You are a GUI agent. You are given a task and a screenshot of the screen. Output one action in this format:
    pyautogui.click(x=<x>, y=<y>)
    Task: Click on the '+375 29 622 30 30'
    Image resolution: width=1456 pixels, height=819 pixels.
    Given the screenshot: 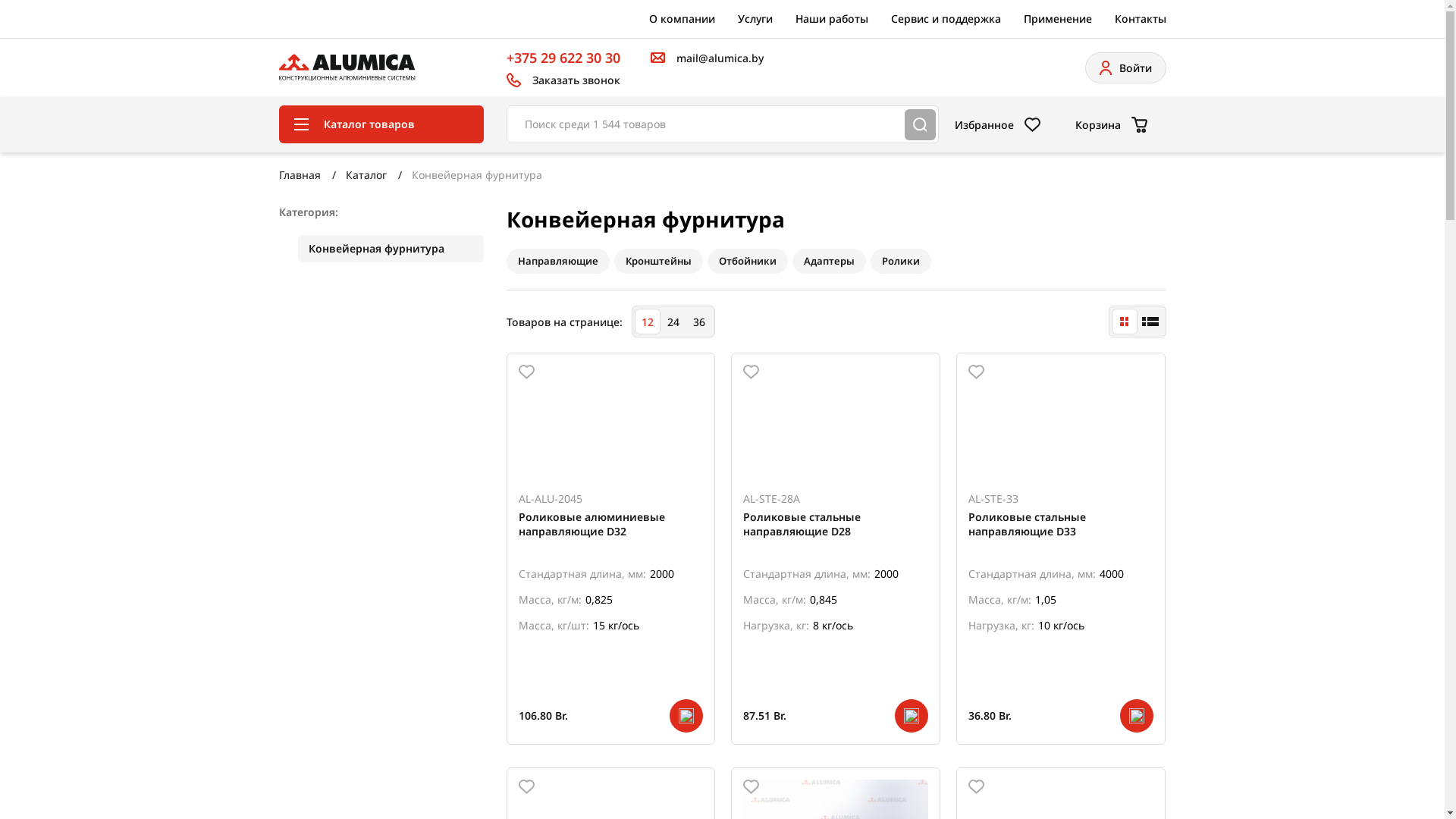 What is the action you would take?
    pyautogui.click(x=563, y=57)
    